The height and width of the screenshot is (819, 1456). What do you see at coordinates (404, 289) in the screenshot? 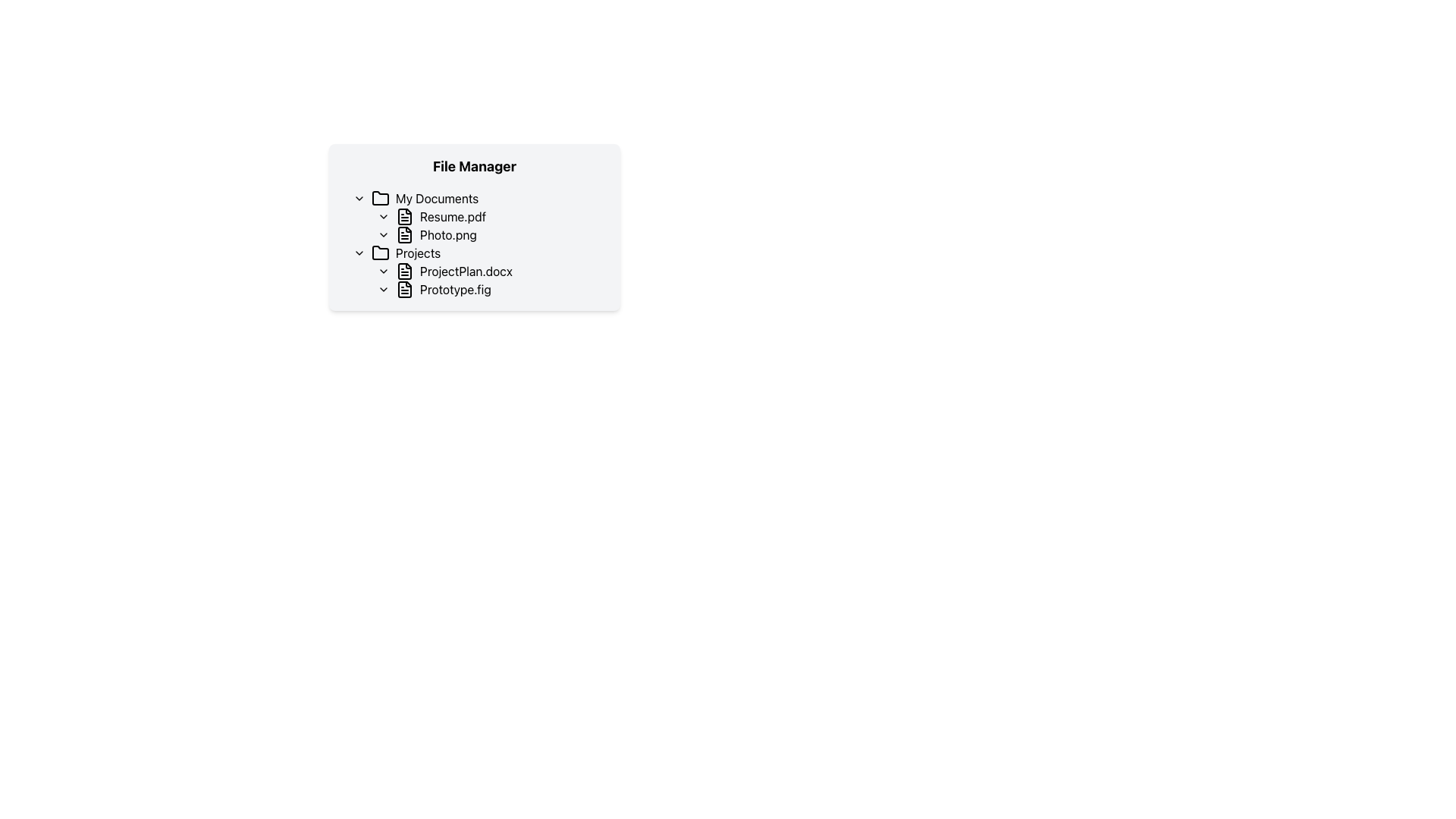
I see `the SVG-based vector icon representing a document, which is located inline before the text 'Prototype.fig' under the 'Projects' heading in a file manager interface` at bounding box center [404, 289].